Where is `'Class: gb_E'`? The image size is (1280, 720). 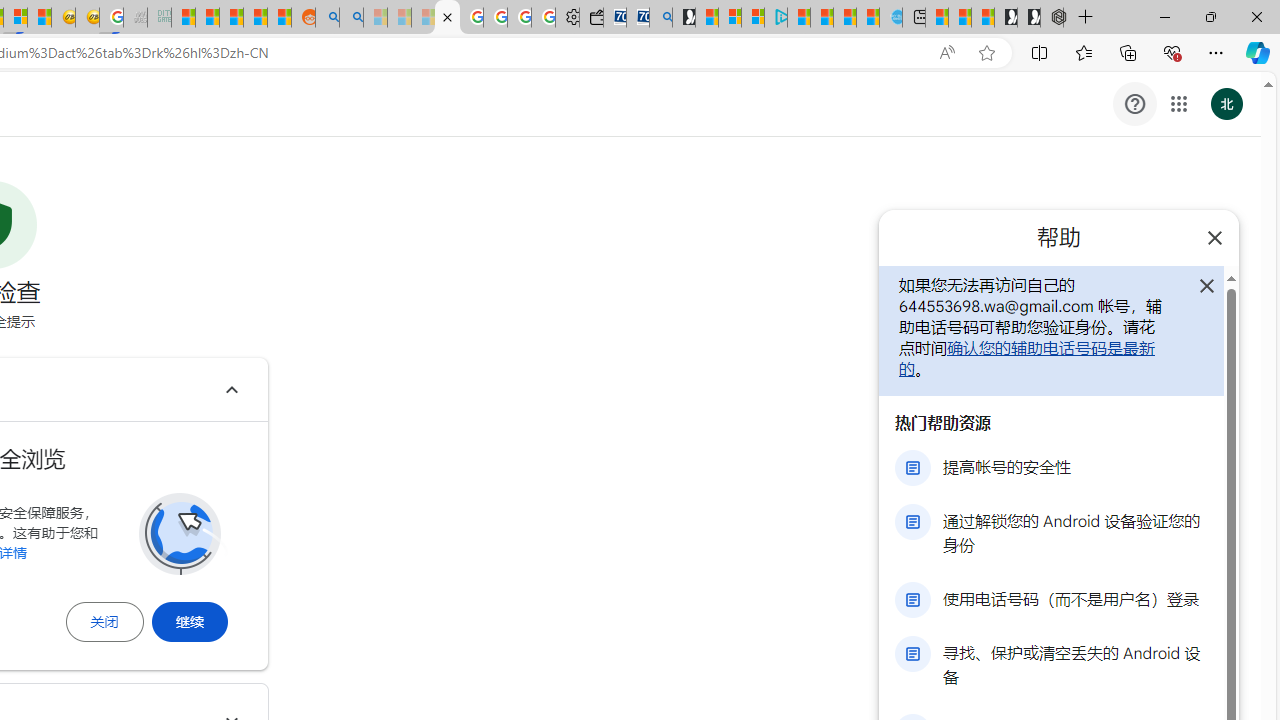
'Class: gb_E' is located at coordinates (1178, 104).